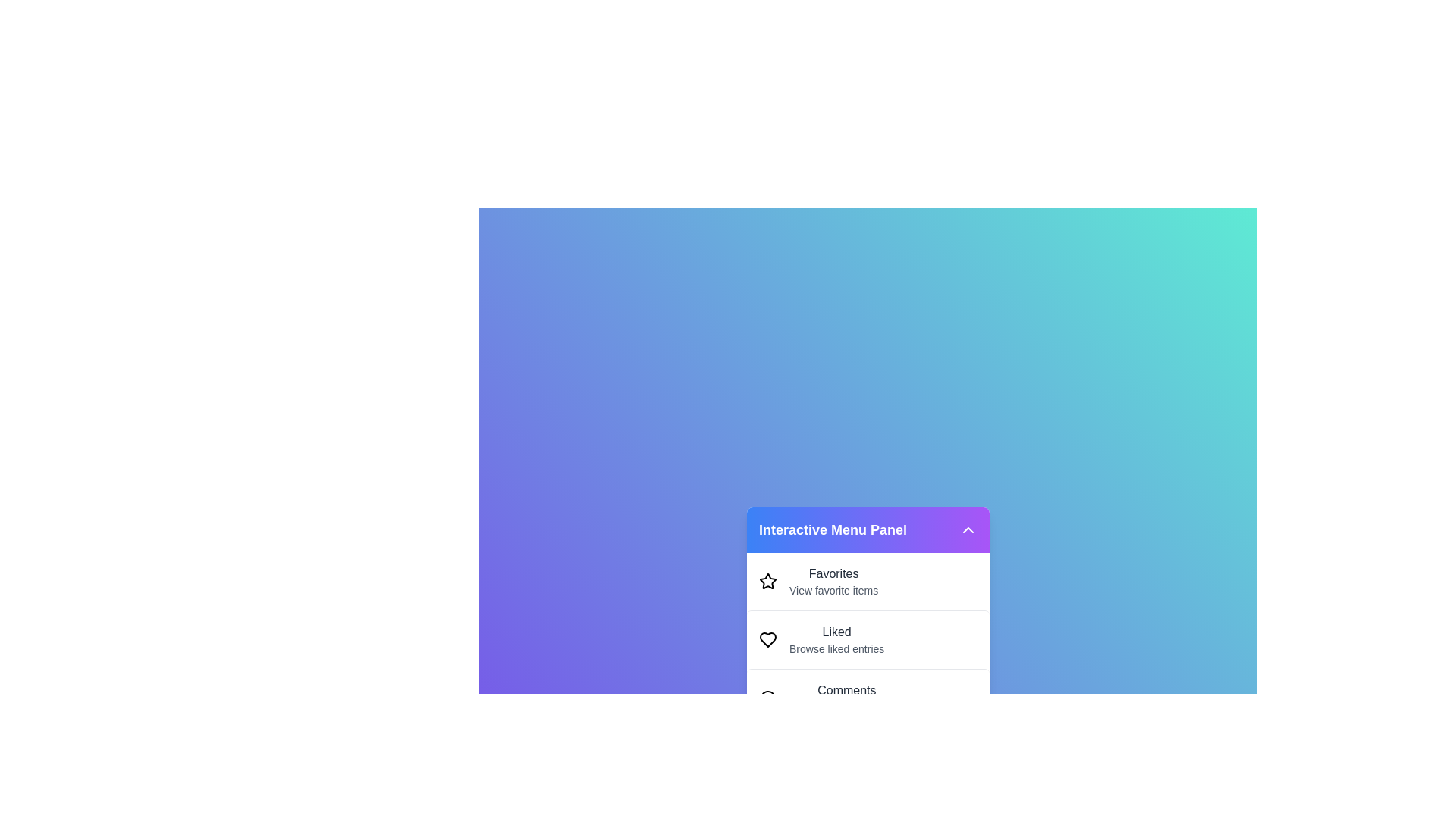 This screenshot has height=819, width=1456. I want to click on the descriptive text of the menu item Favorites, so click(833, 573).